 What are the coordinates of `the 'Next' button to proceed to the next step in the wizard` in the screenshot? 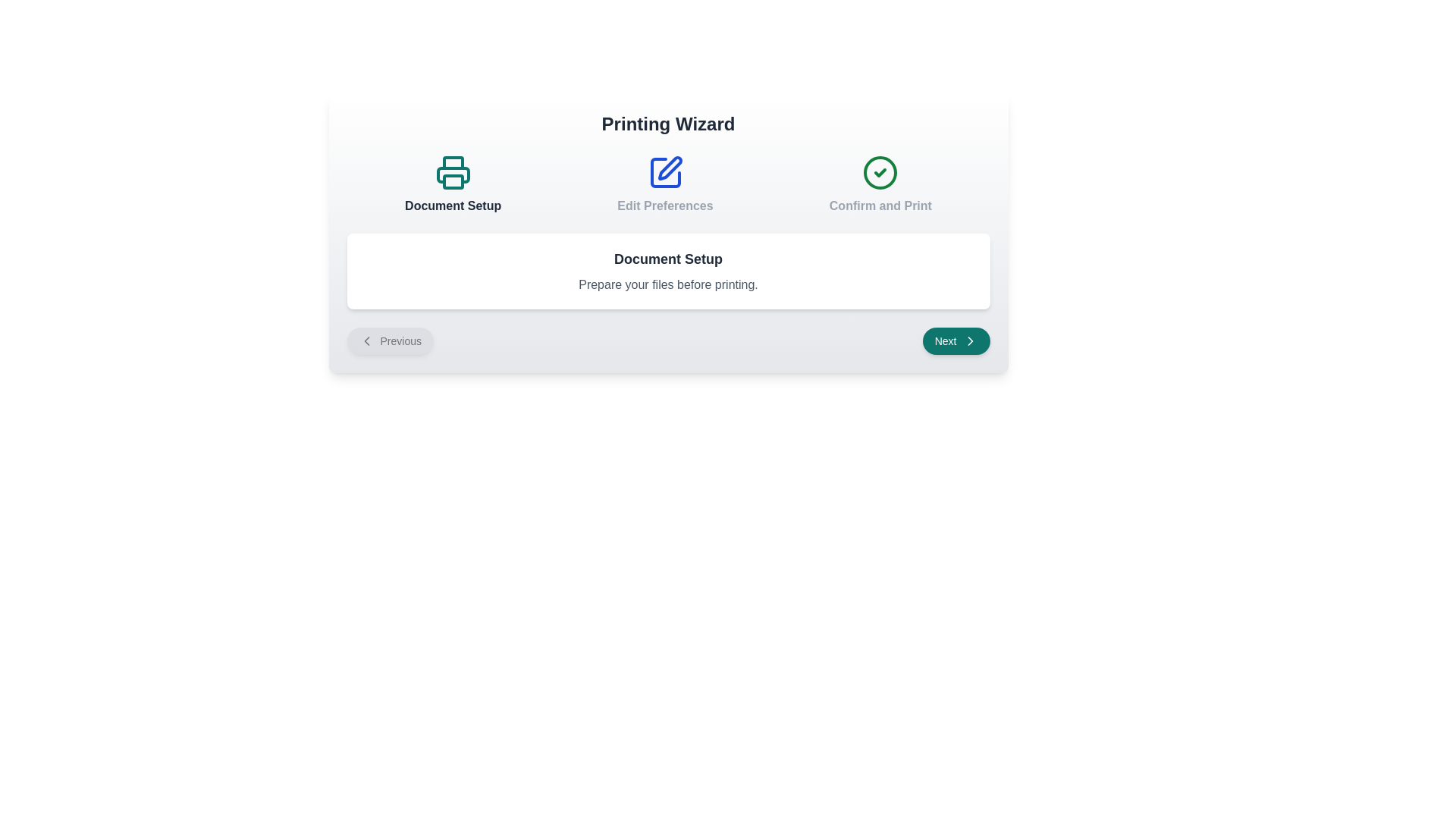 It's located at (955, 341).